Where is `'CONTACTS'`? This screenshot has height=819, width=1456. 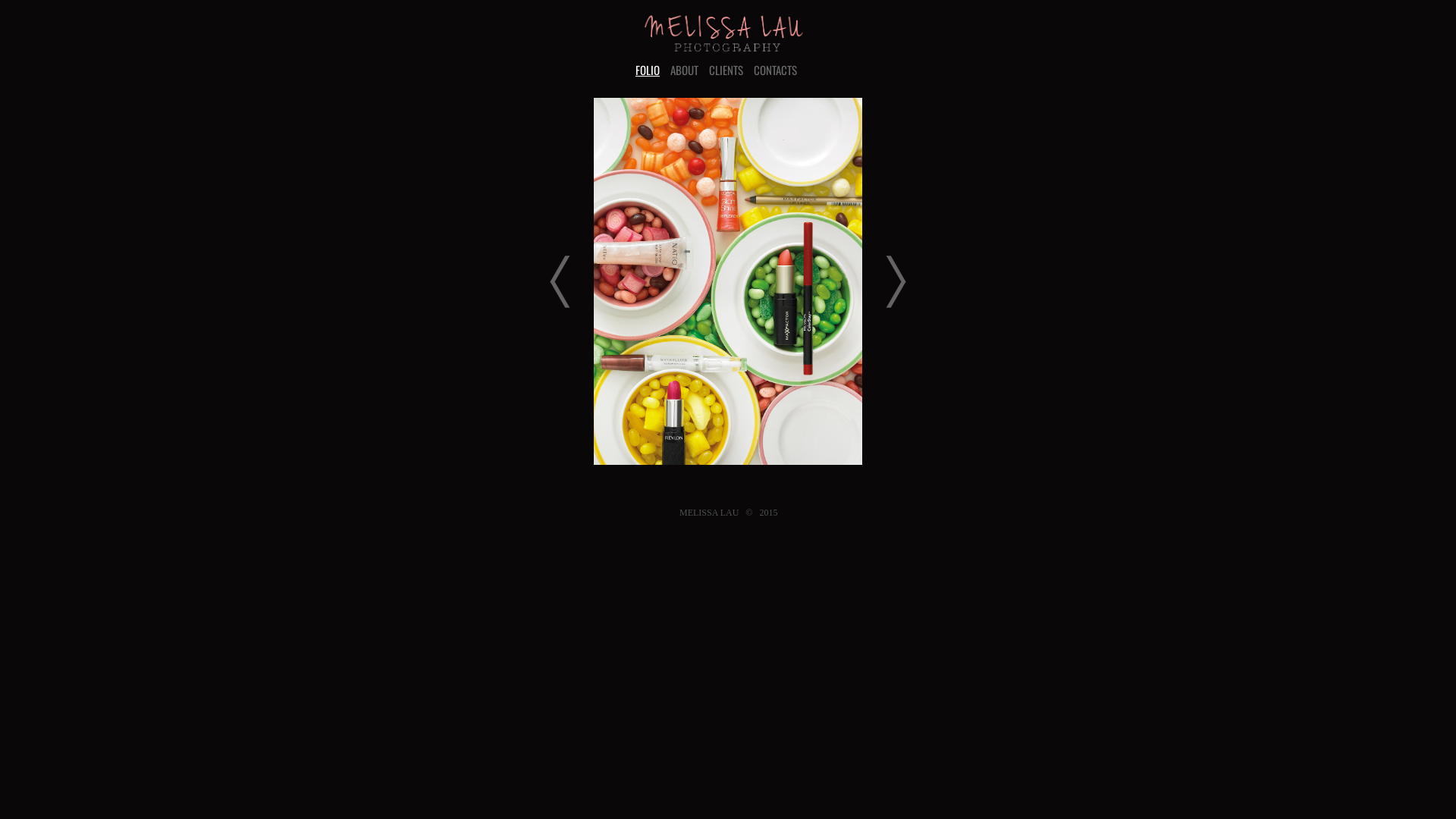 'CONTACTS' is located at coordinates (775, 70).